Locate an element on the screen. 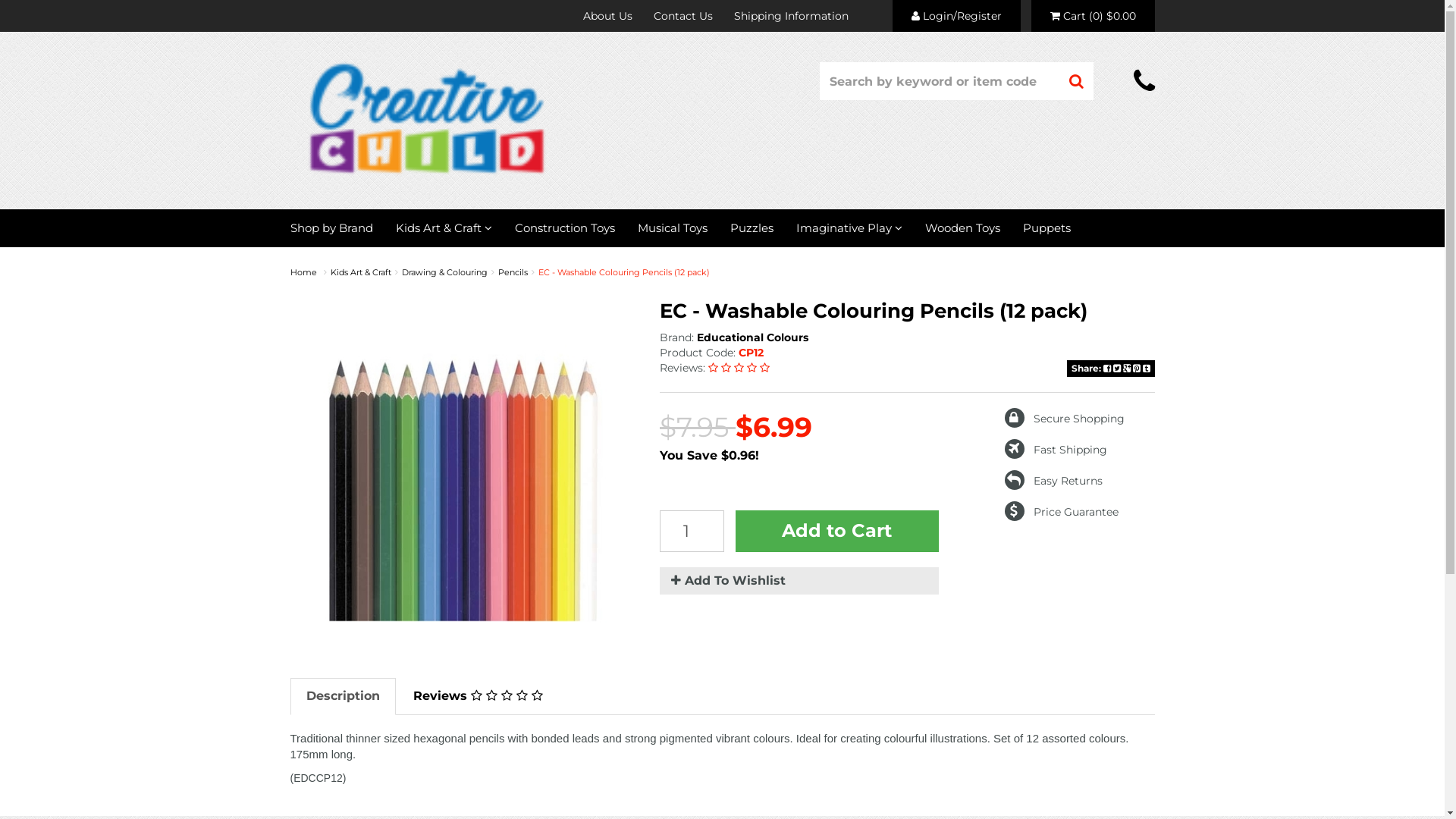 Image resolution: width=1456 pixels, height=819 pixels. 'Musical Toys' is located at coordinates (672, 227).